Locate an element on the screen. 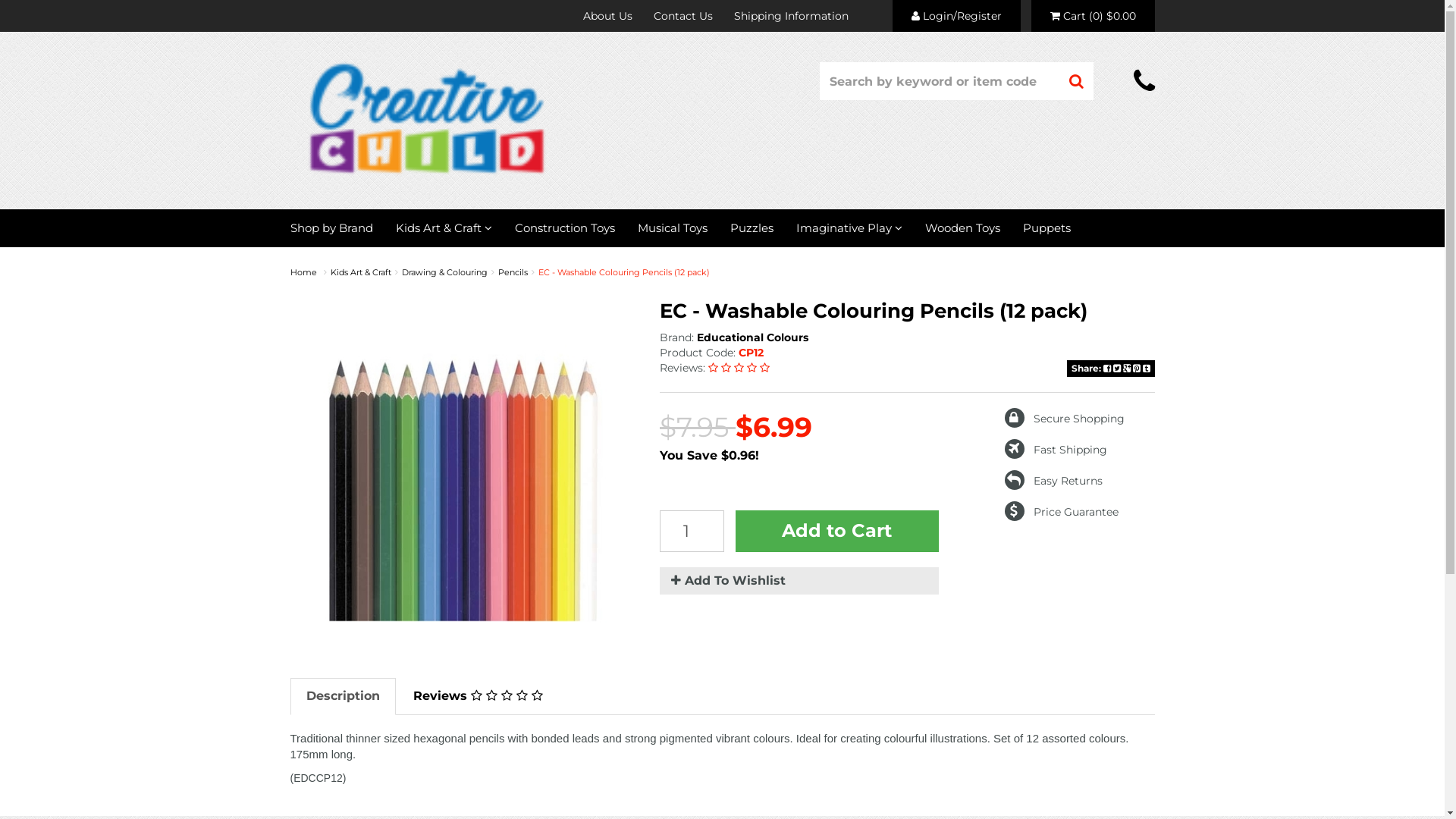 Image resolution: width=1456 pixels, height=819 pixels. 'Musical Toys' is located at coordinates (672, 227).